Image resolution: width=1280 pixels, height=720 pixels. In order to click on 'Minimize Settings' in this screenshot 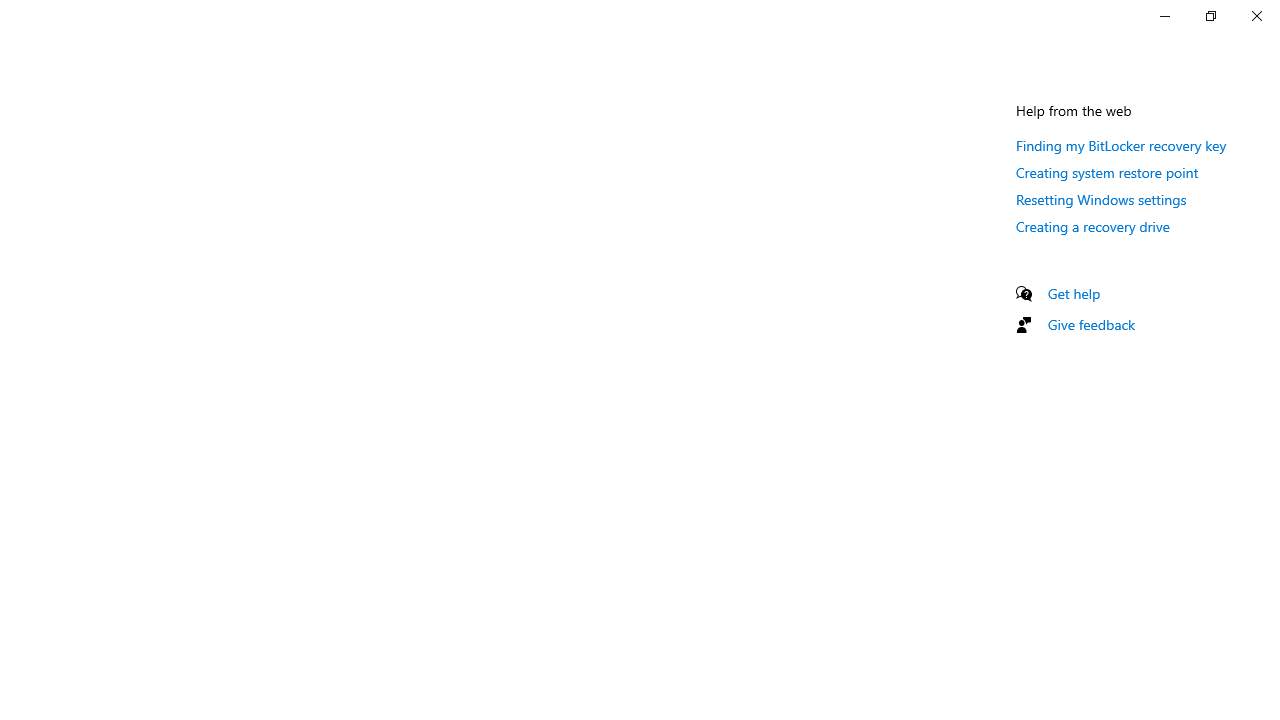, I will do `click(1164, 15)`.